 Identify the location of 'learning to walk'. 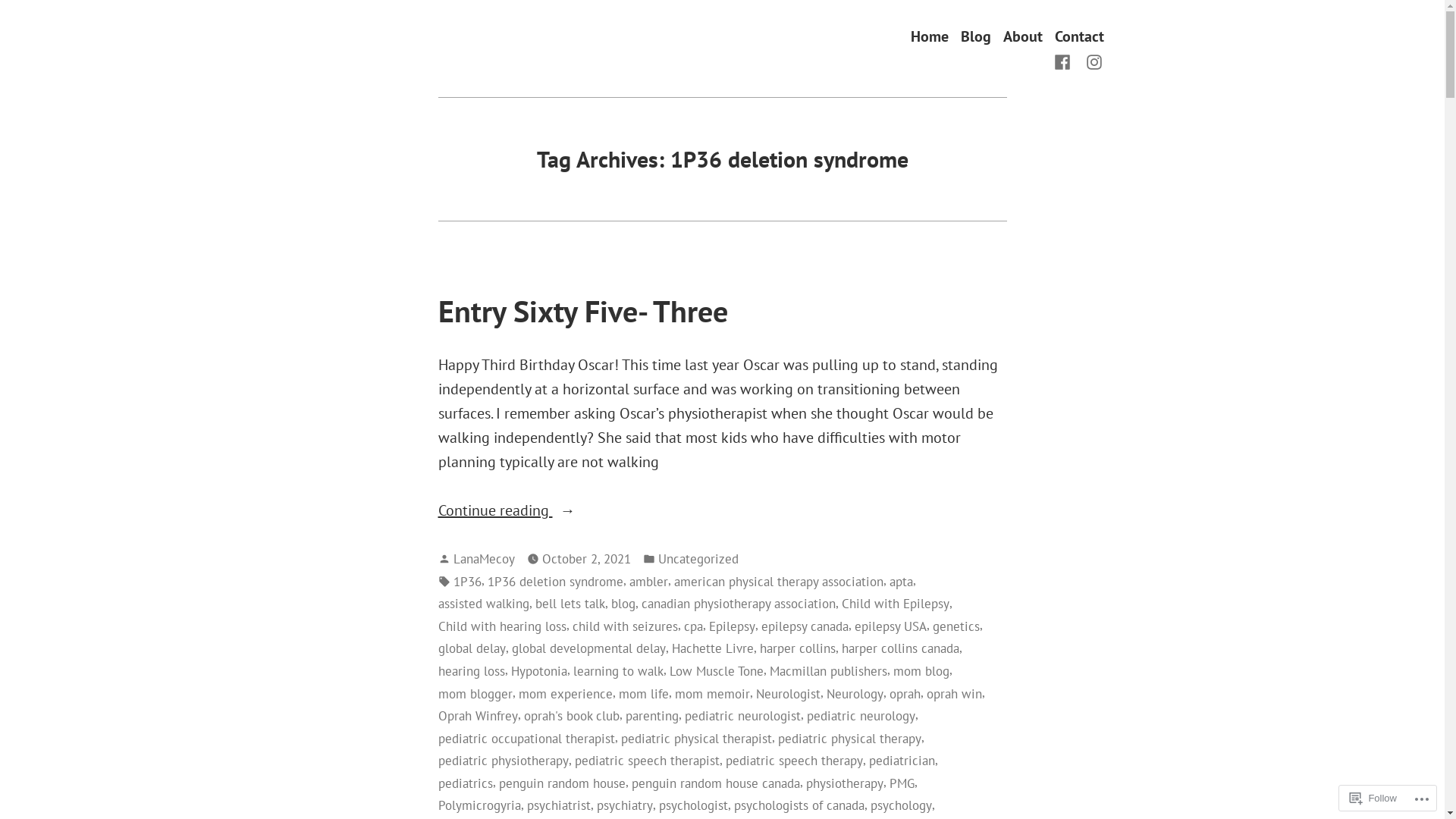
(618, 670).